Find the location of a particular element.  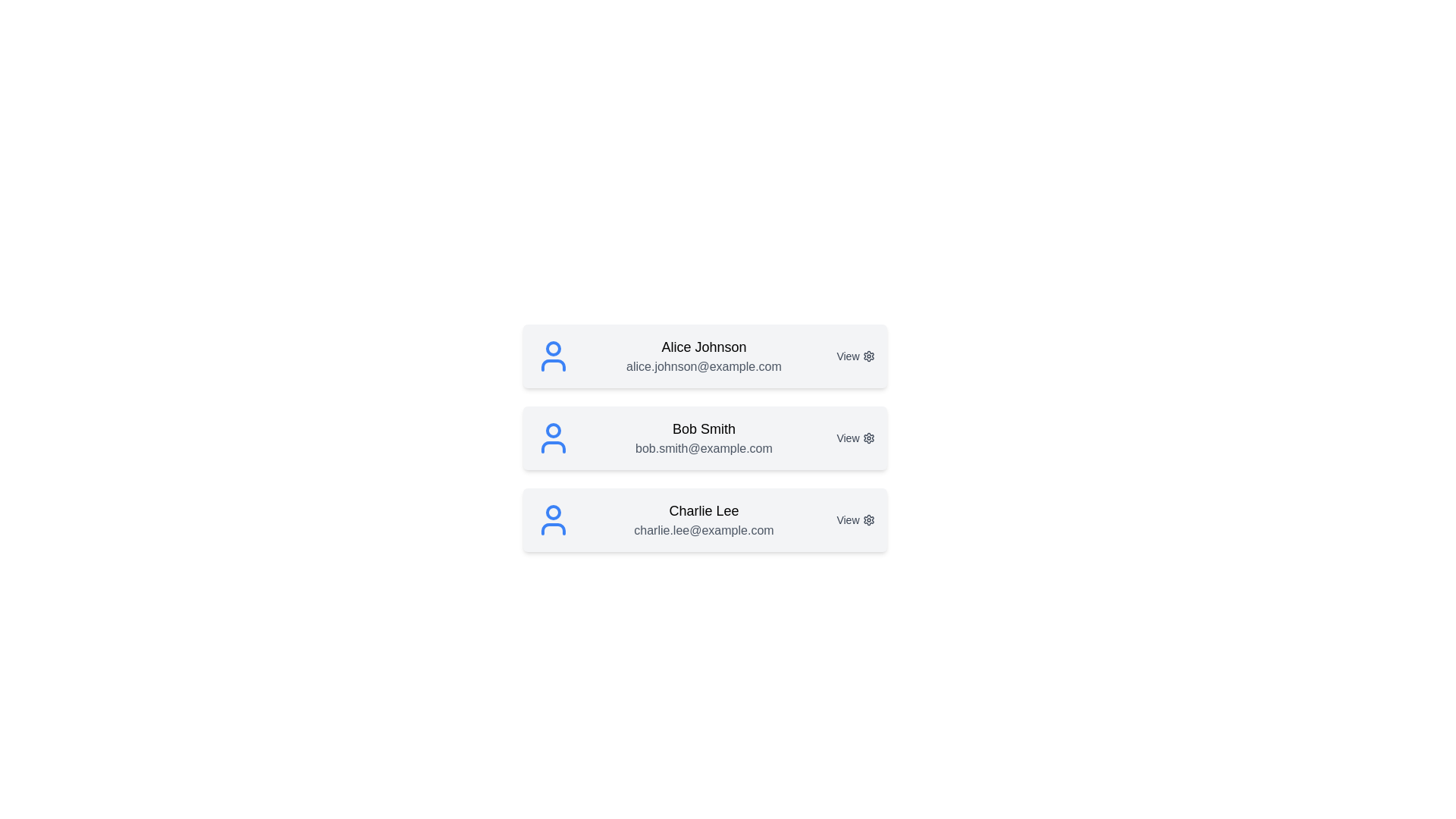

email address text displayed directly under the user name 'Bob Smith', which is centrally aligned within the user's detail box is located at coordinates (703, 447).